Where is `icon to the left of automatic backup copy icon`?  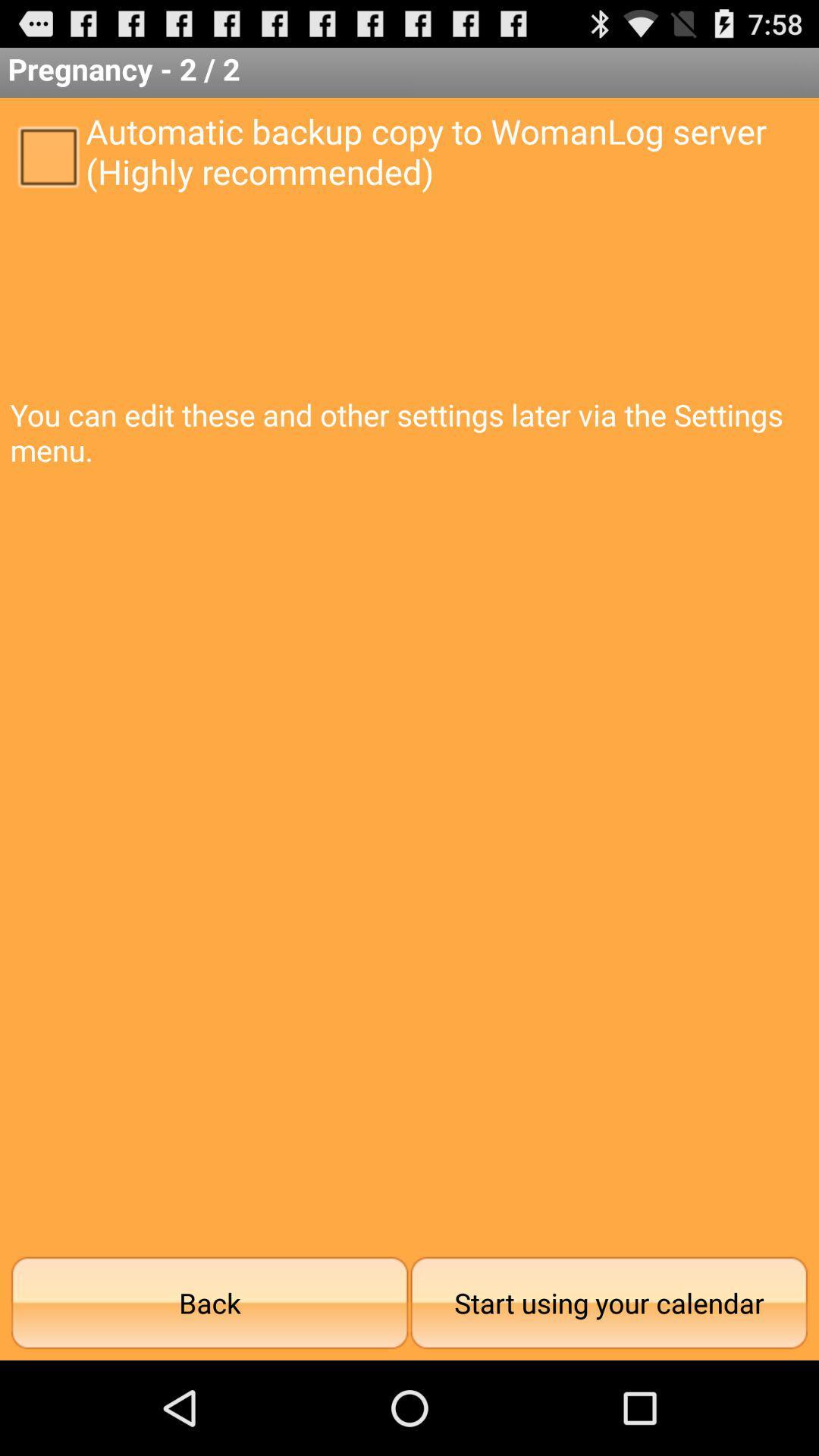
icon to the left of automatic backup copy icon is located at coordinates (47, 155).